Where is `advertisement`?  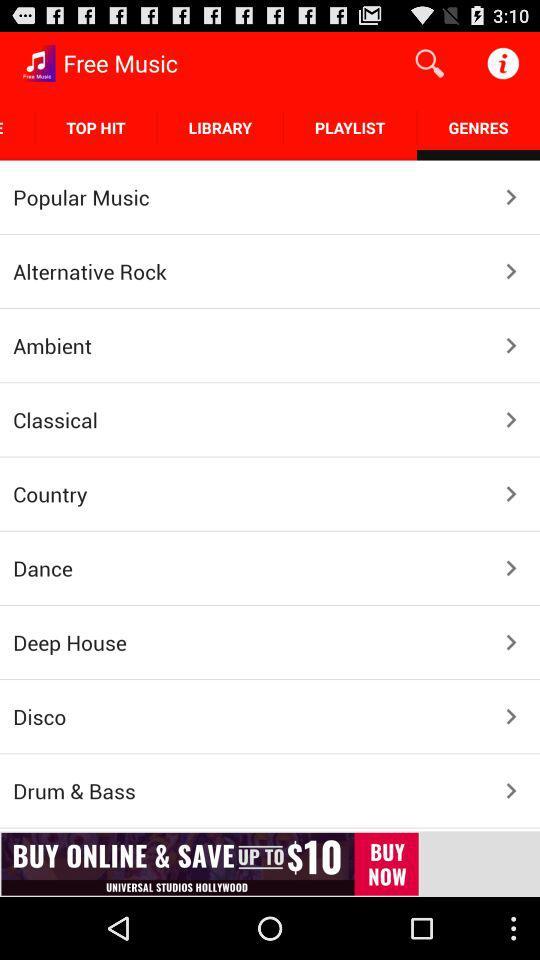
advertisement is located at coordinates (270, 863).